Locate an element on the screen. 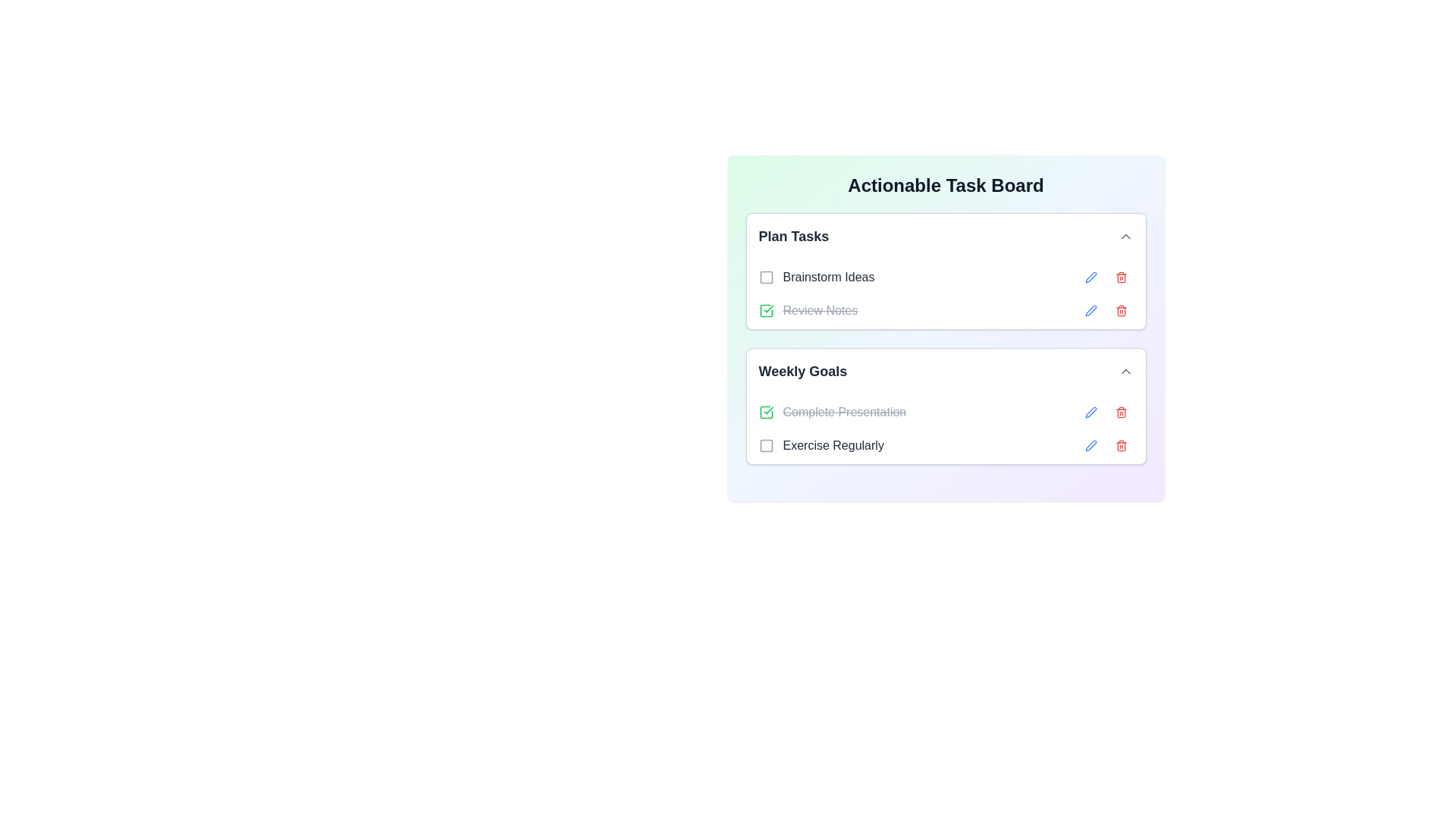 The height and width of the screenshot is (819, 1456). the delete button located at the far-right side of the 'Weekly Goals' task row is located at coordinates (1121, 412).